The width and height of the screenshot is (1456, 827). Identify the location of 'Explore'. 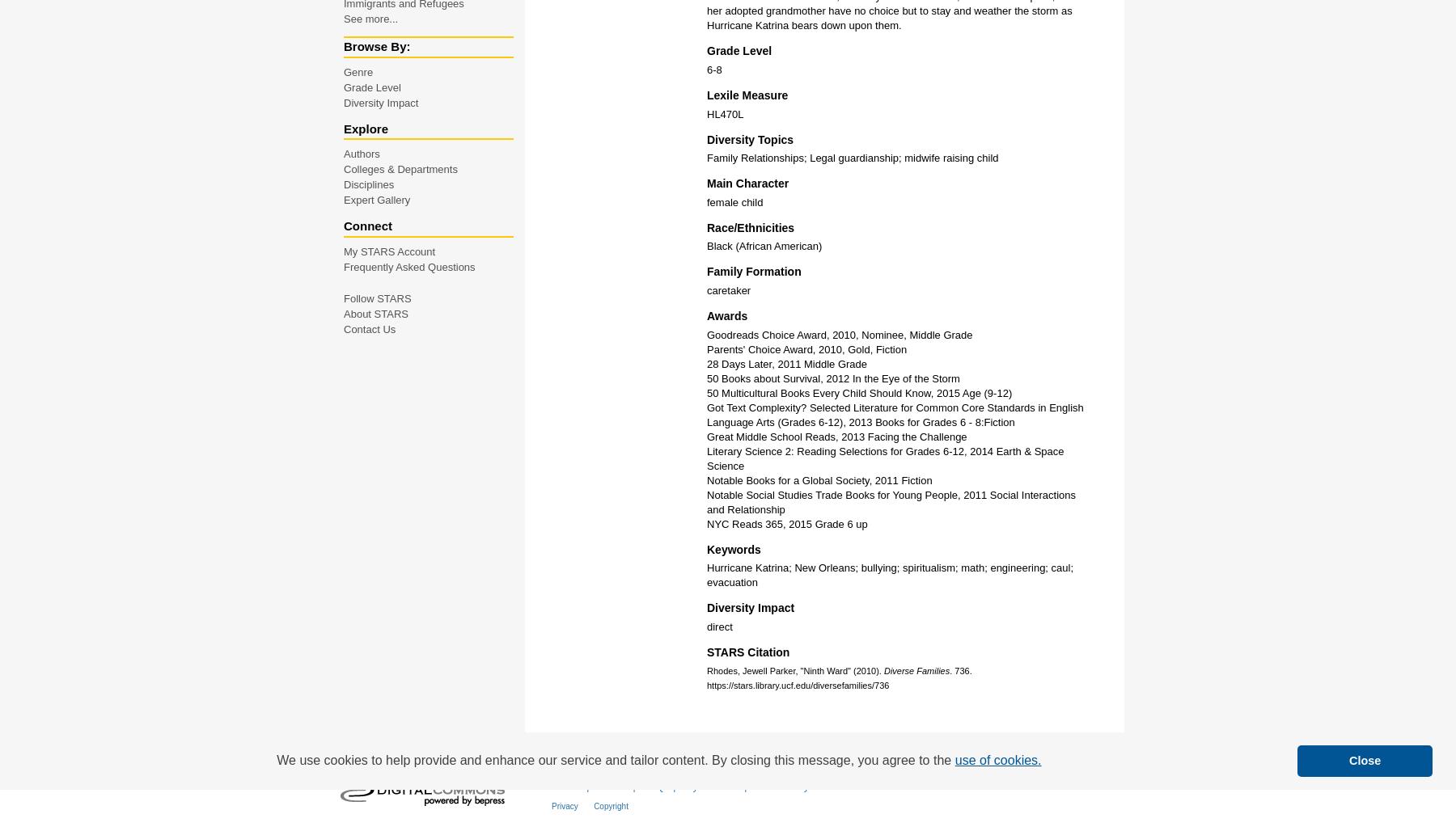
(365, 128).